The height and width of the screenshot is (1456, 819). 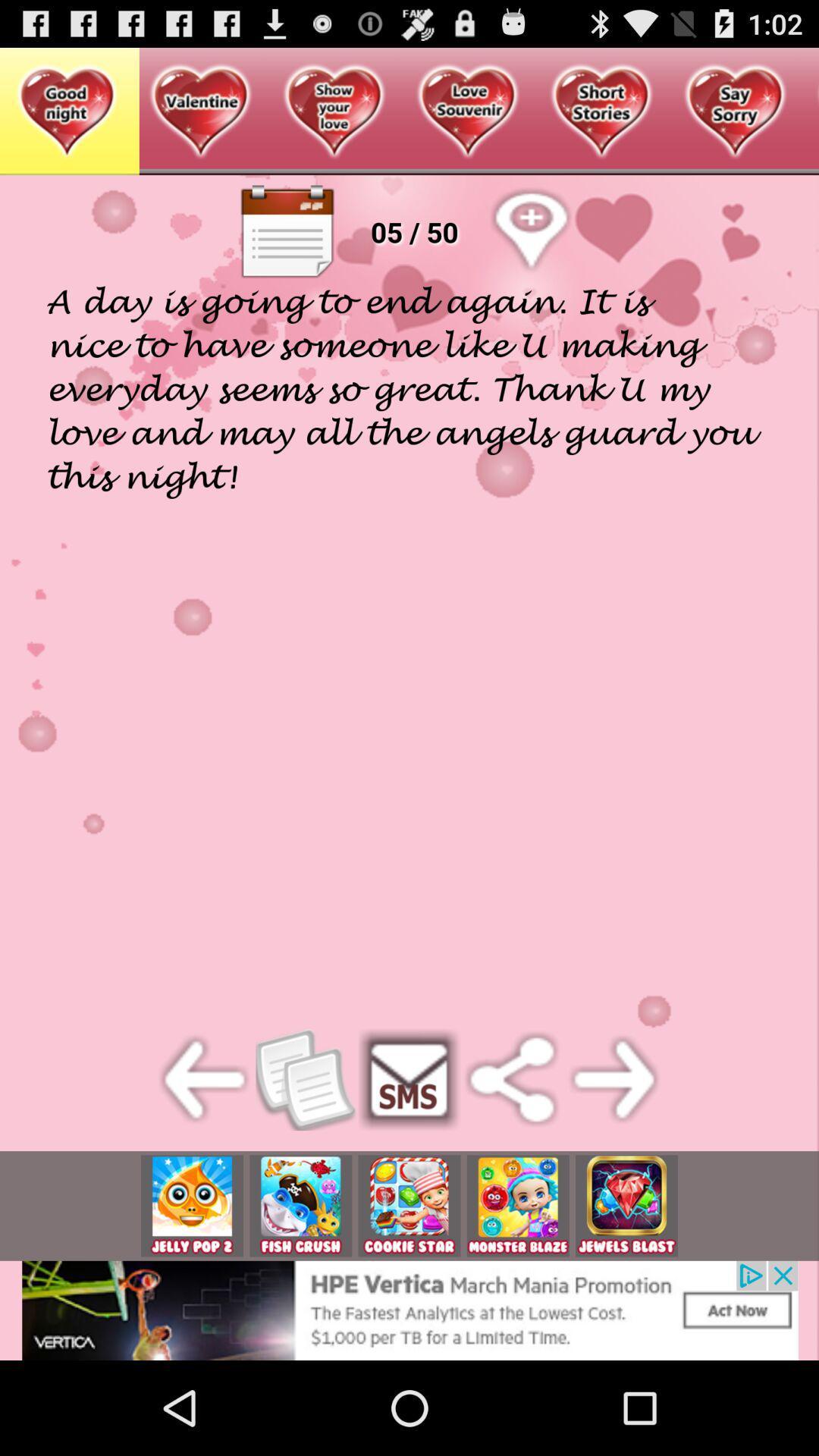 I want to click on the emoji icon, so click(x=191, y=1290).